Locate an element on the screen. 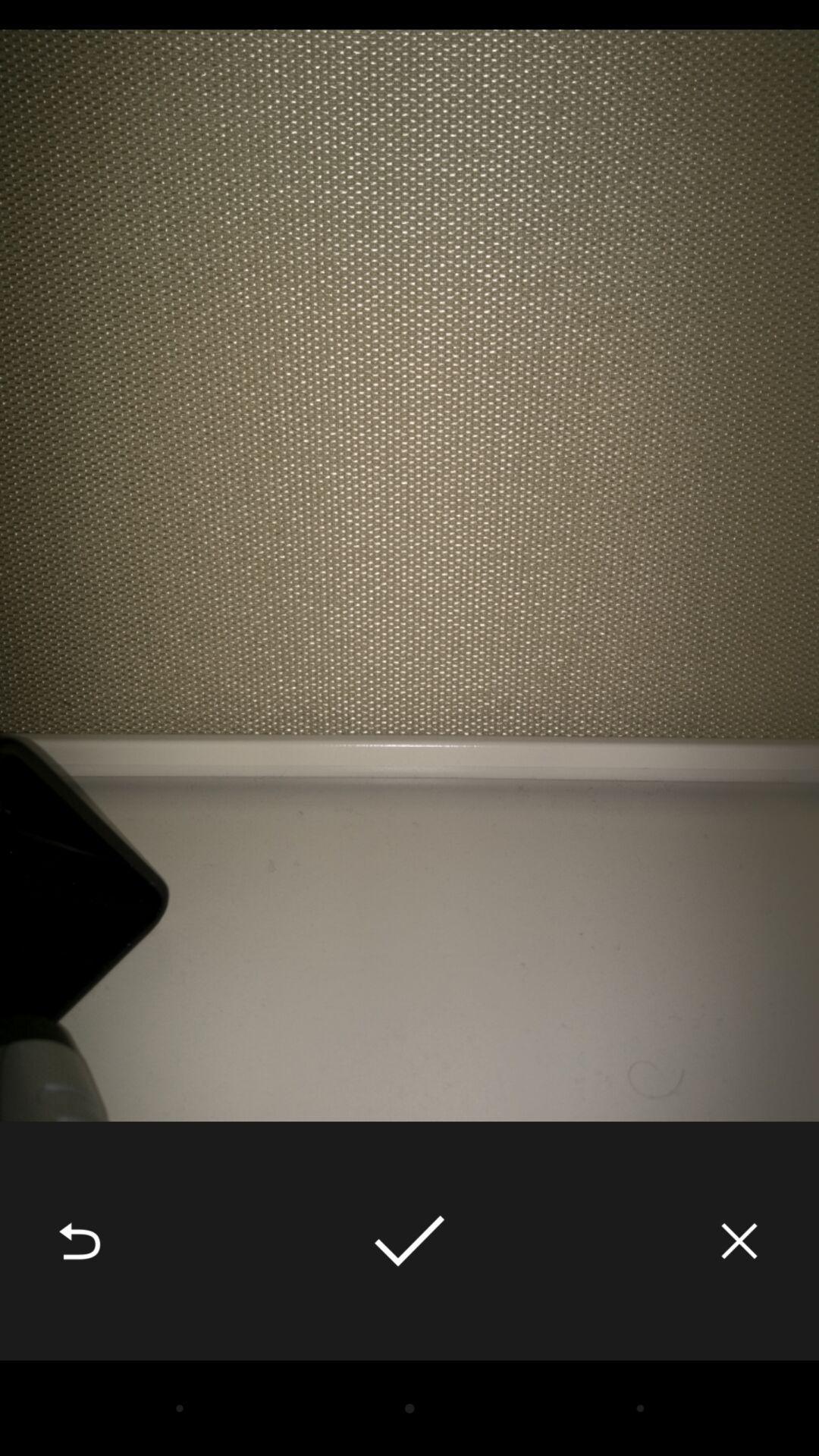 Image resolution: width=819 pixels, height=1456 pixels. the icon at the bottom right corner is located at coordinates (739, 1241).